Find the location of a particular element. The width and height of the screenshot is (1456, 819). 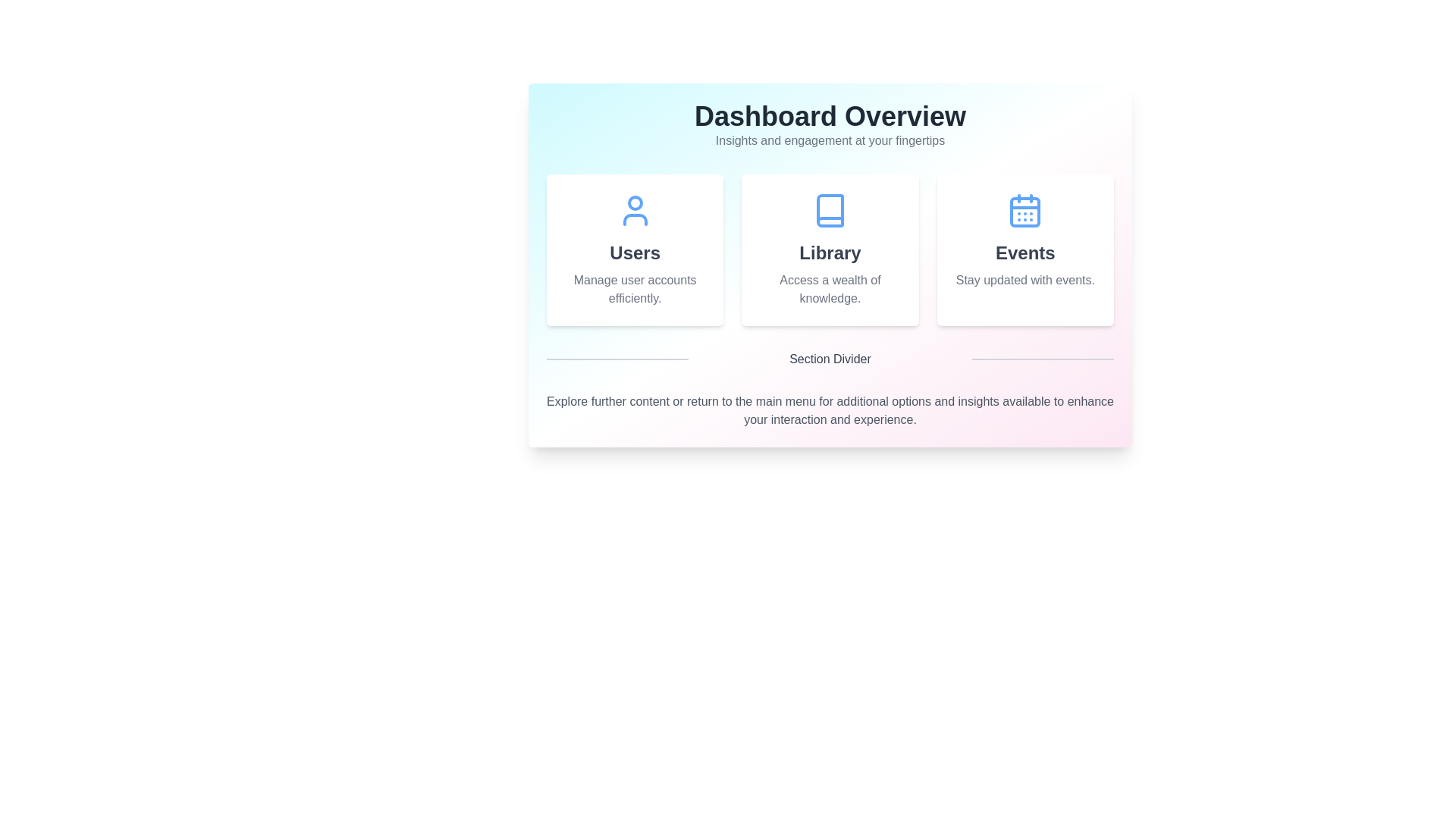

the lower part of the 'Users' icon, specifically the vector graphic component that symbolizes the body or torso of the user is located at coordinates (635, 219).